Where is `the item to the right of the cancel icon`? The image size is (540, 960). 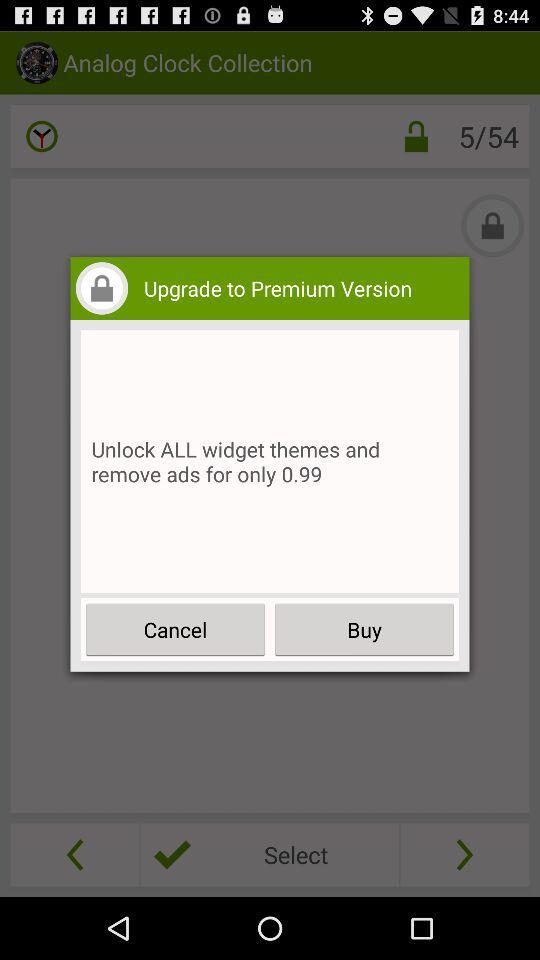 the item to the right of the cancel icon is located at coordinates (363, 628).